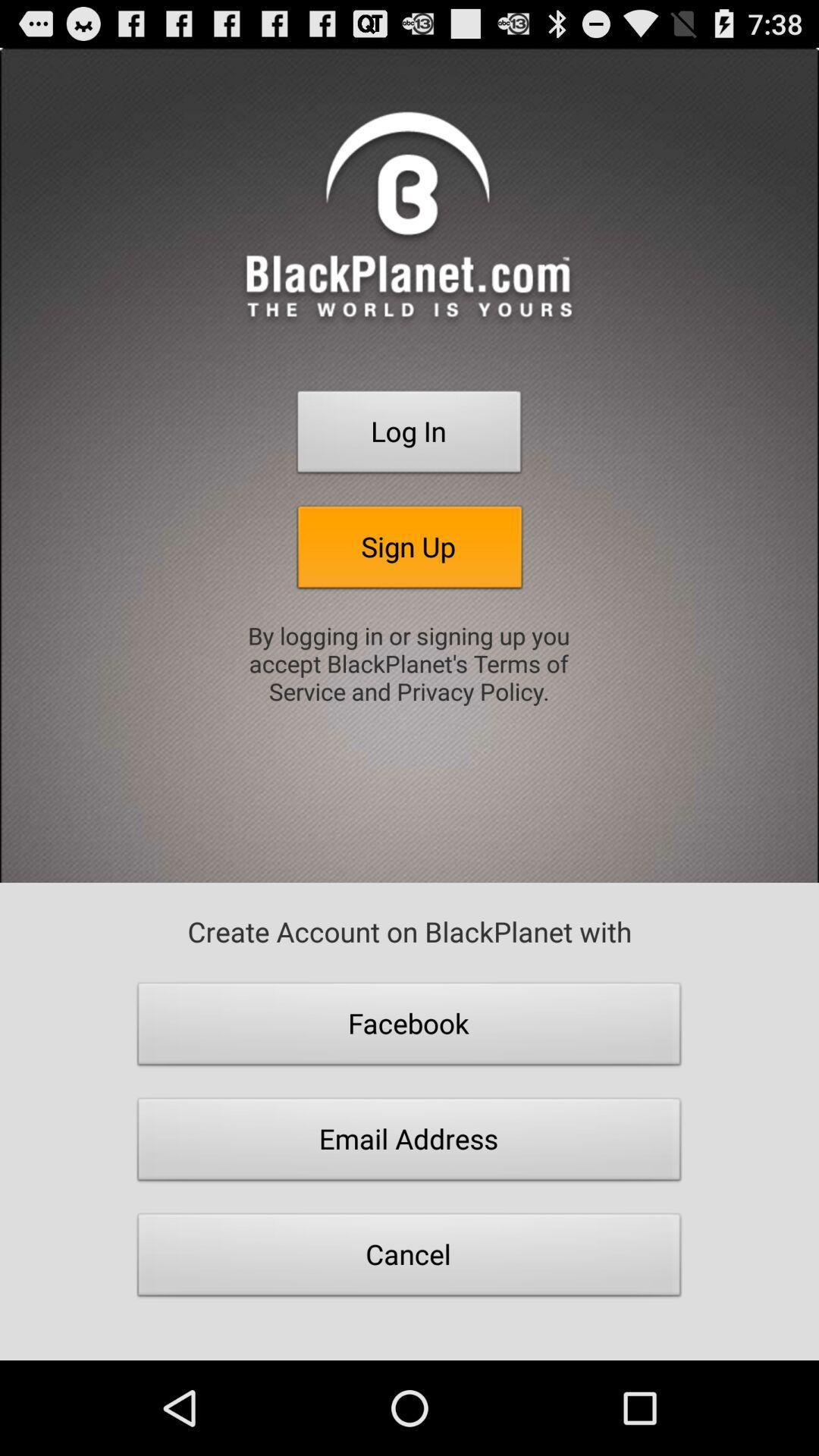 The image size is (819, 1456). I want to click on email address icon, so click(409, 1144).